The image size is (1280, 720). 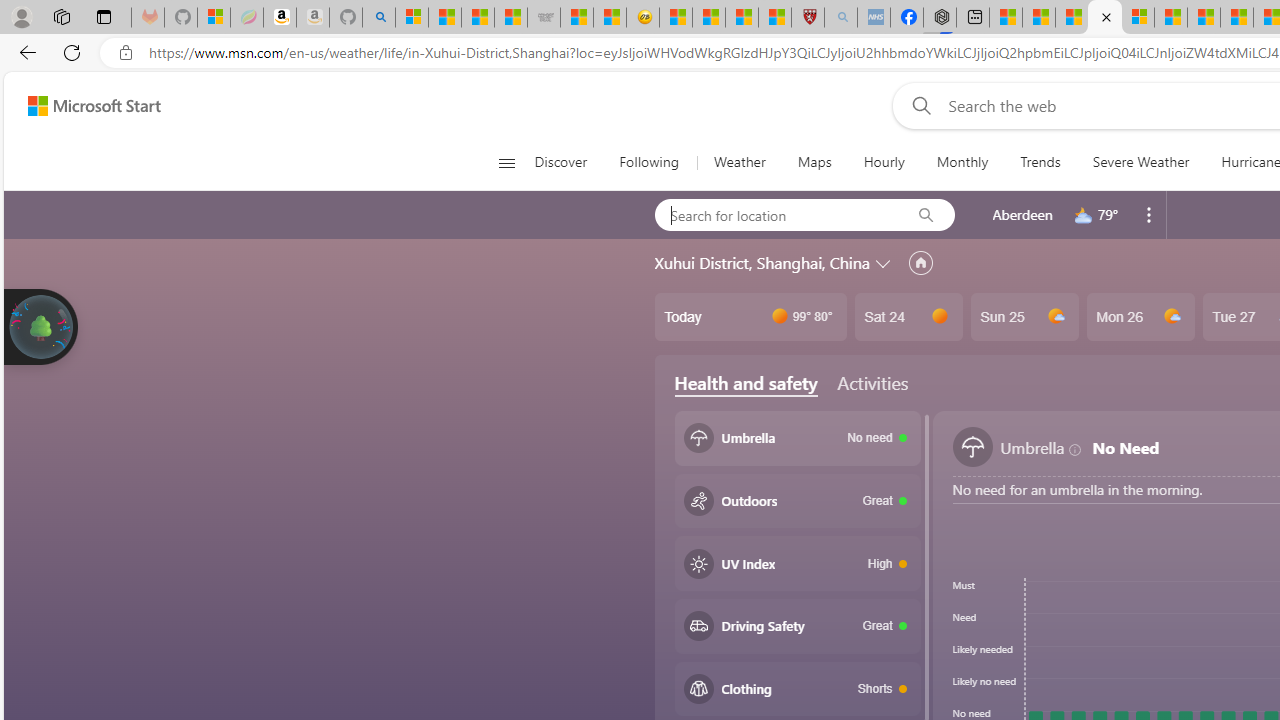 What do you see at coordinates (797, 563) in the screenshot?
I see `'UV index High'` at bounding box center [797, 563].